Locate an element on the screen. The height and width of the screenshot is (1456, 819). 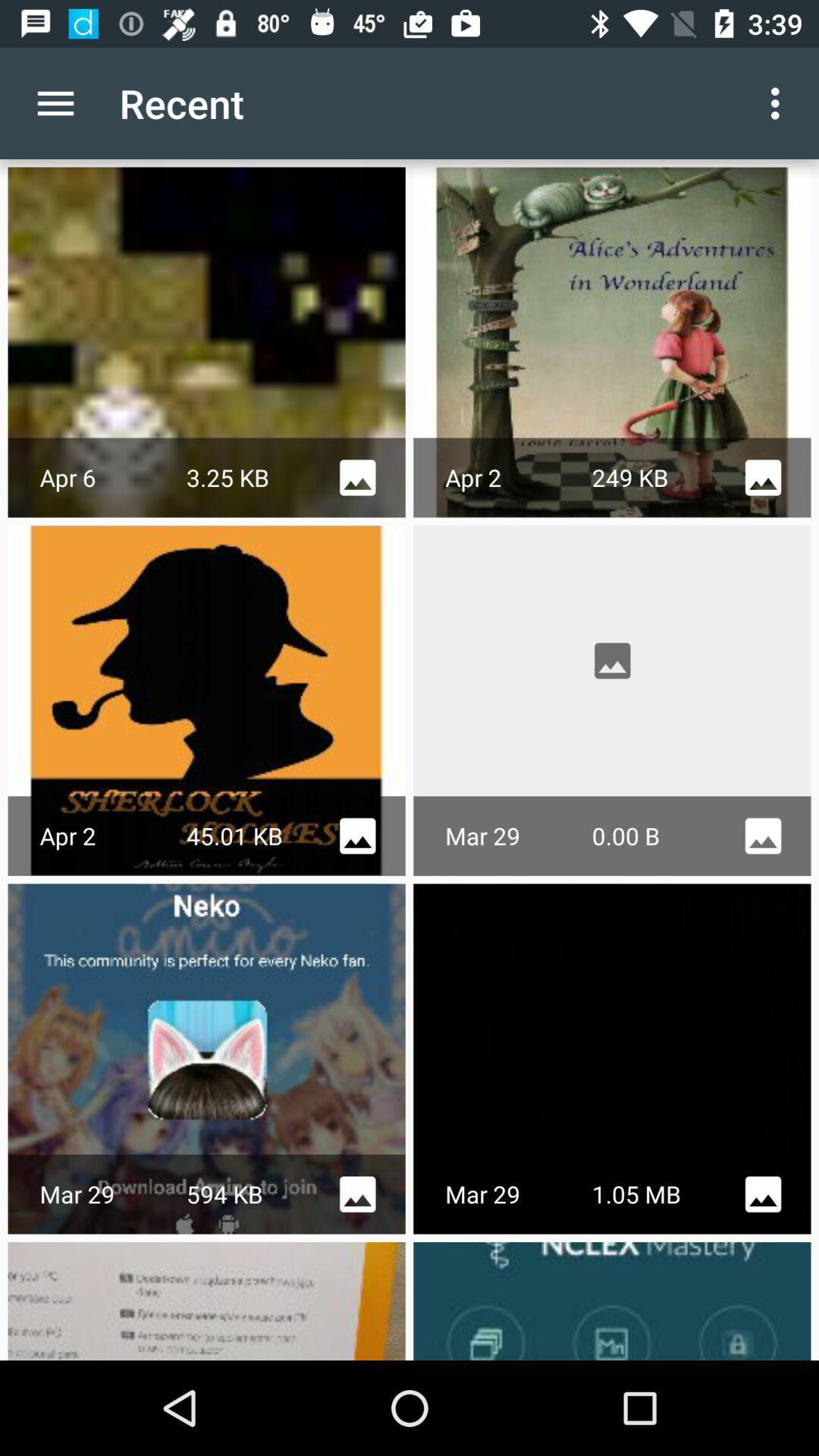
the icon to the right of the recent is located at coordinates (779, 102).